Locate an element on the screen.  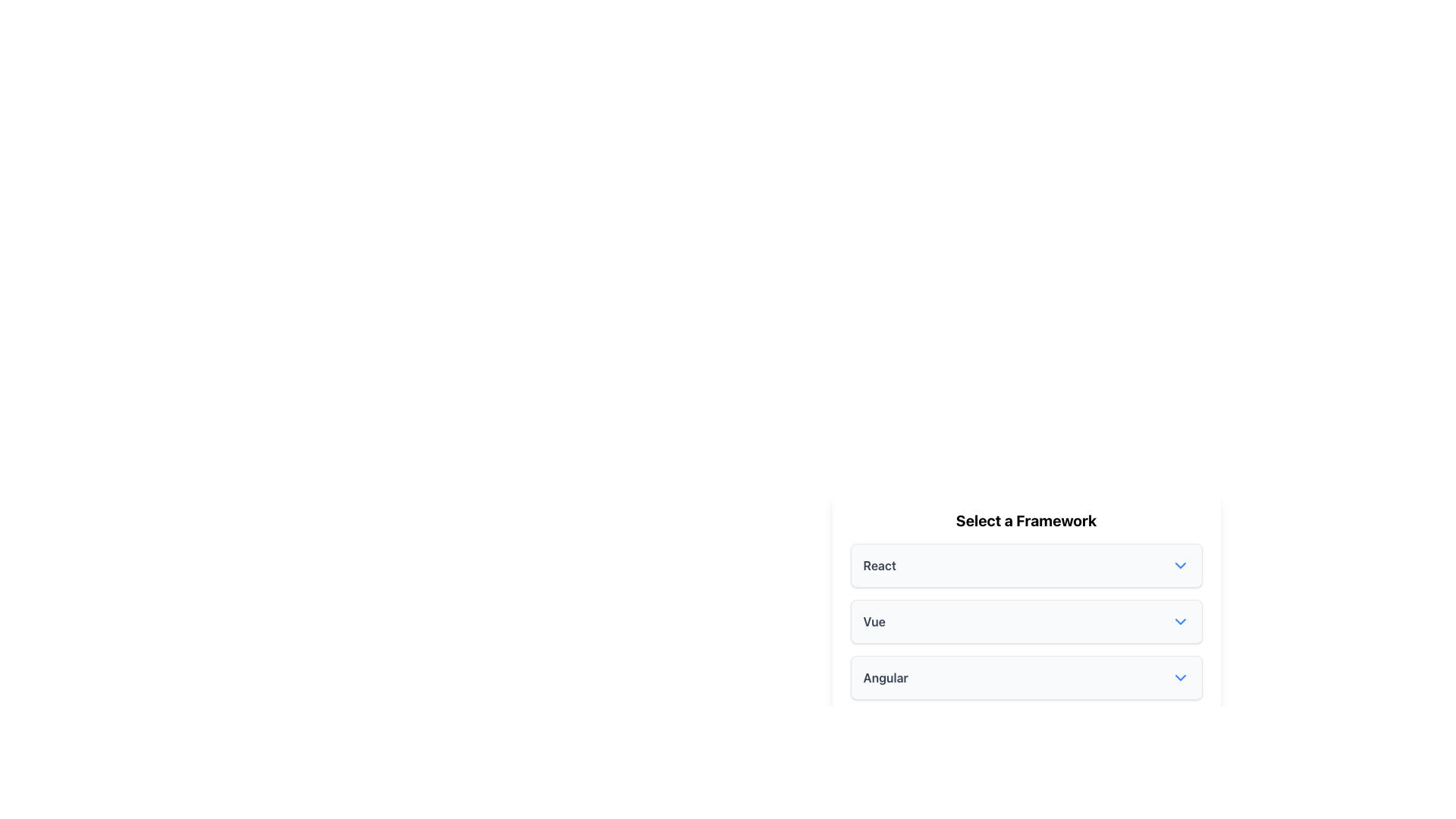
the text label displaying 'Vue', which is the second option in the 'Select a Framework' list, styled in bold with dark gray color is located at coordinates (874, 622).